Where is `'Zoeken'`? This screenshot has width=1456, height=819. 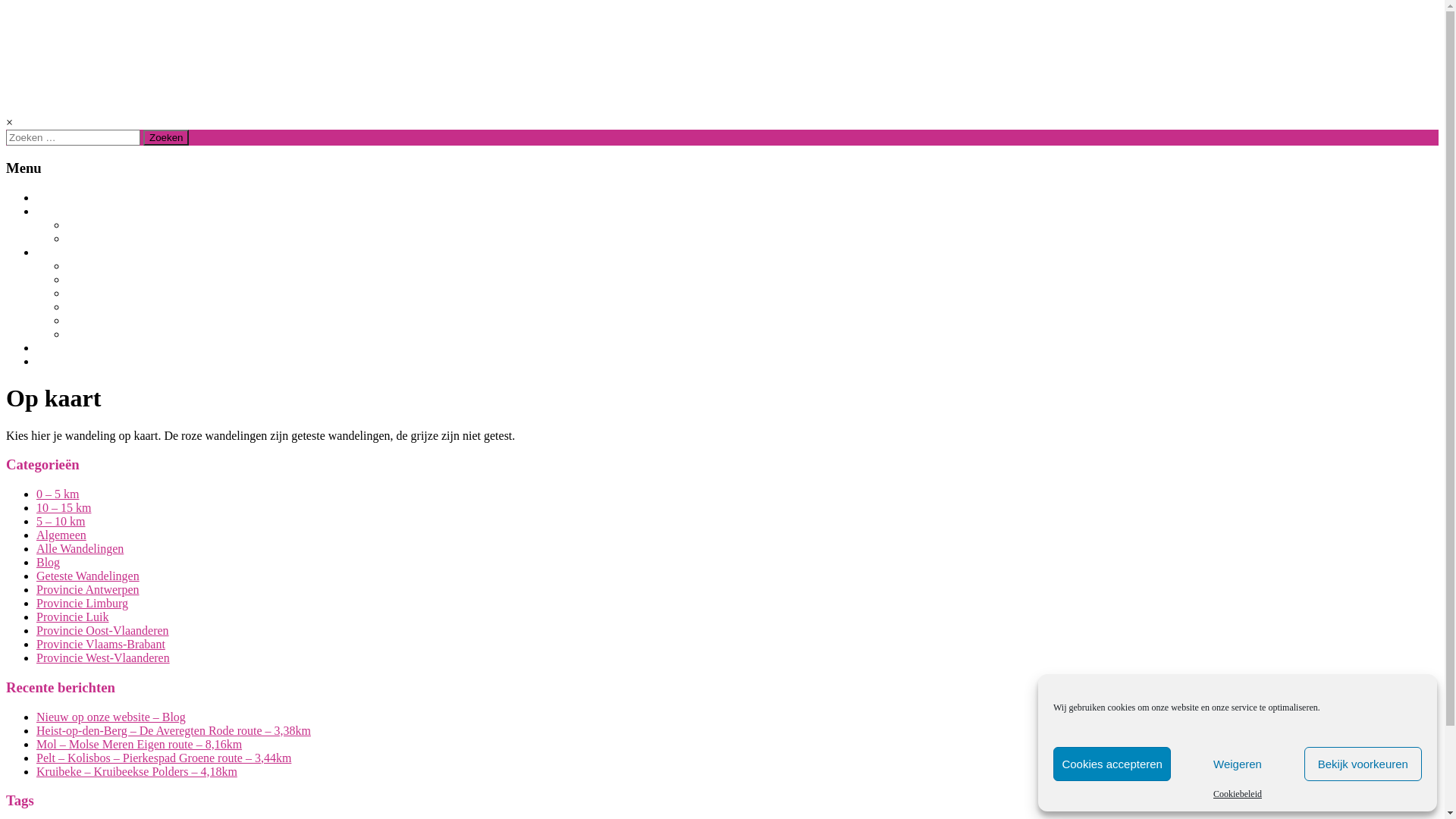 'Zoeken' is located at coordinates (166, 137).